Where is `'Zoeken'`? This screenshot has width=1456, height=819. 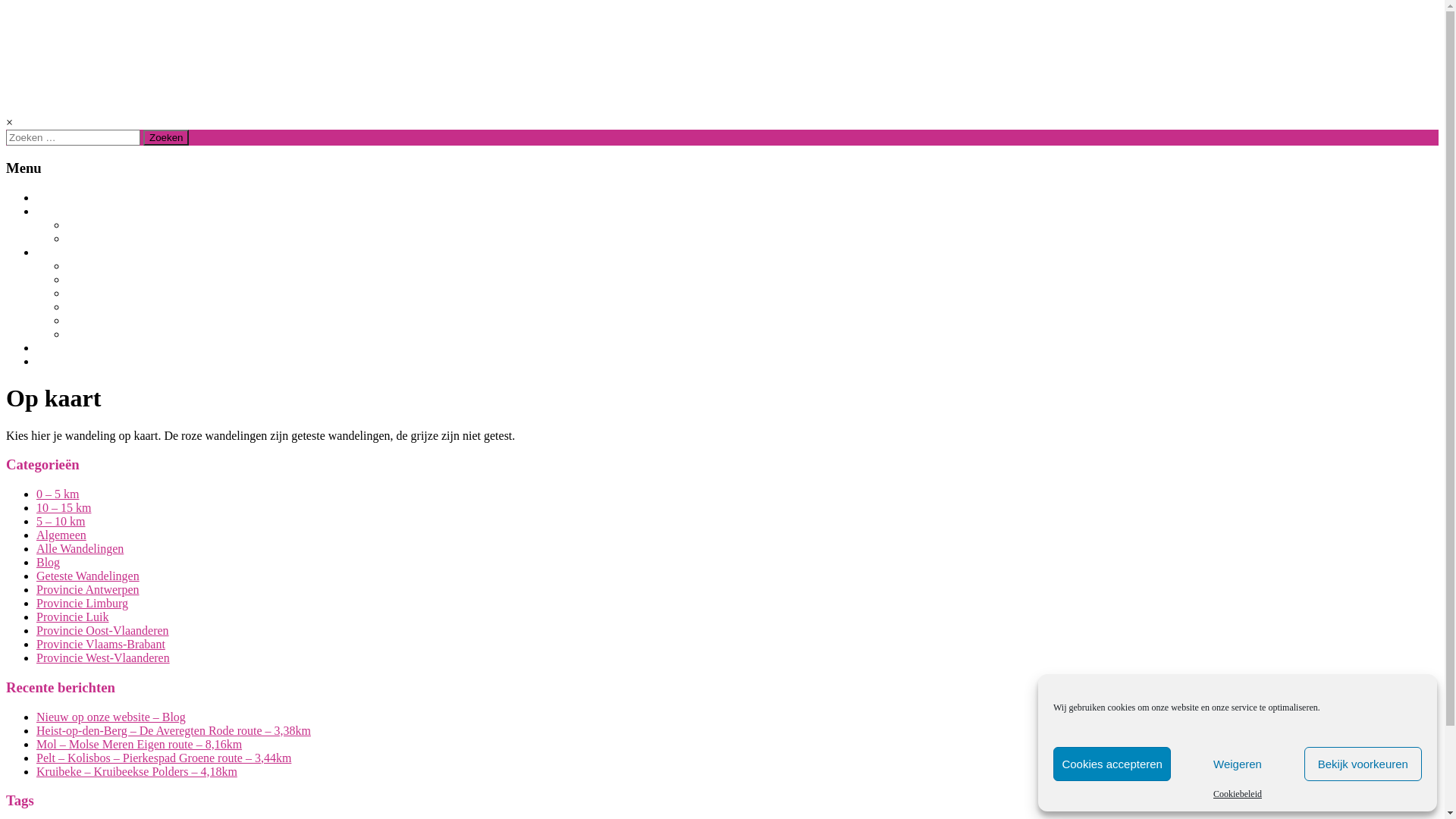 'Zoeken' is located at coordinates (166, 137).